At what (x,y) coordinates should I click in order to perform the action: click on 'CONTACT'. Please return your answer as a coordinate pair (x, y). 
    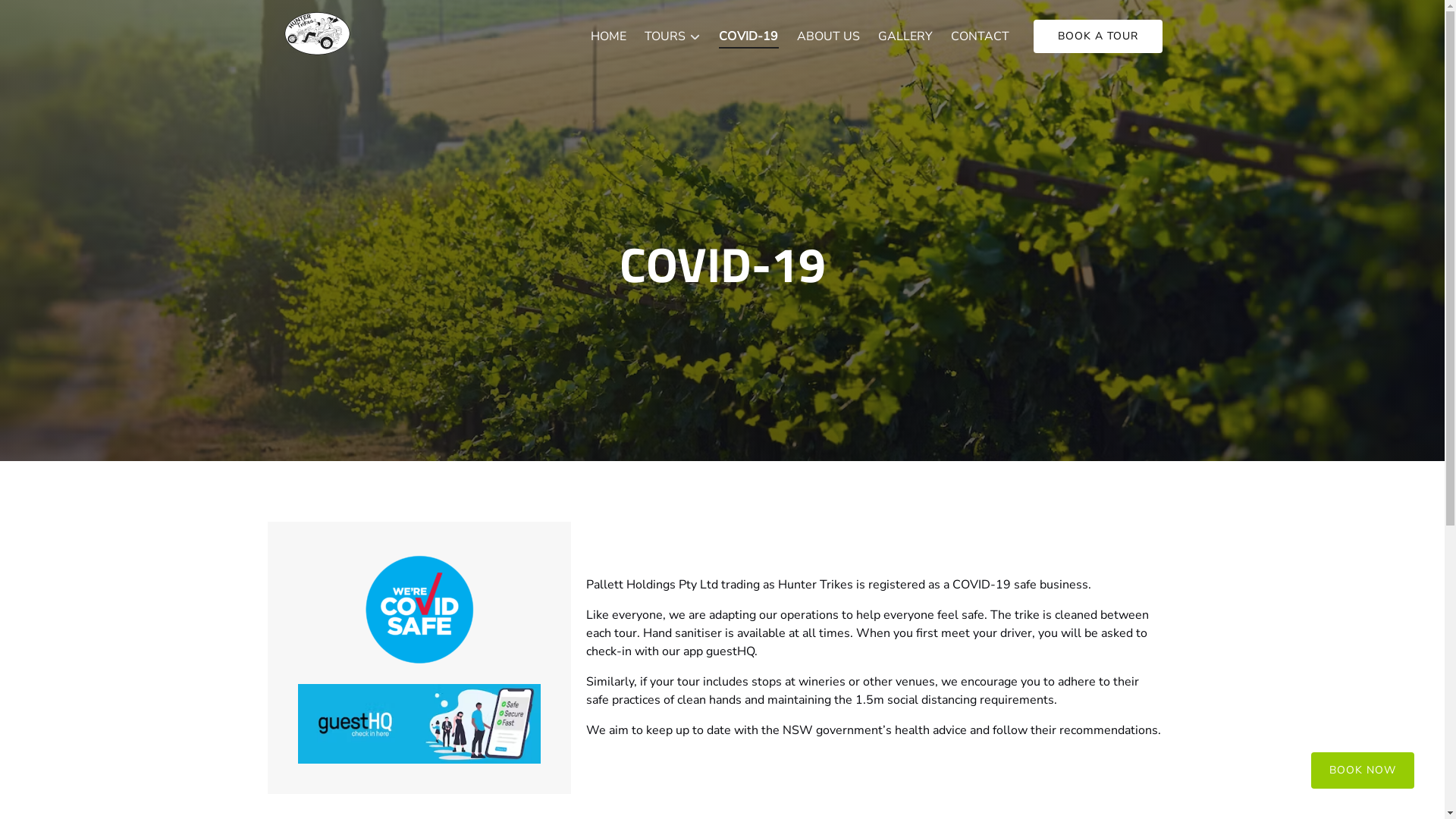
    Looking at the image, I should click on (980, 35).